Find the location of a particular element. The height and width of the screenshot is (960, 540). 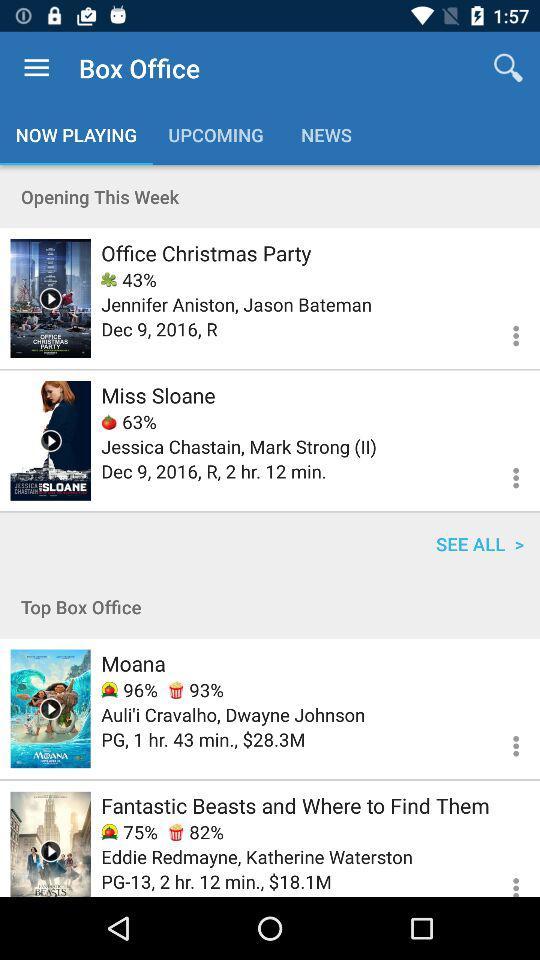

movie to play is located at coordinates (50, 297).